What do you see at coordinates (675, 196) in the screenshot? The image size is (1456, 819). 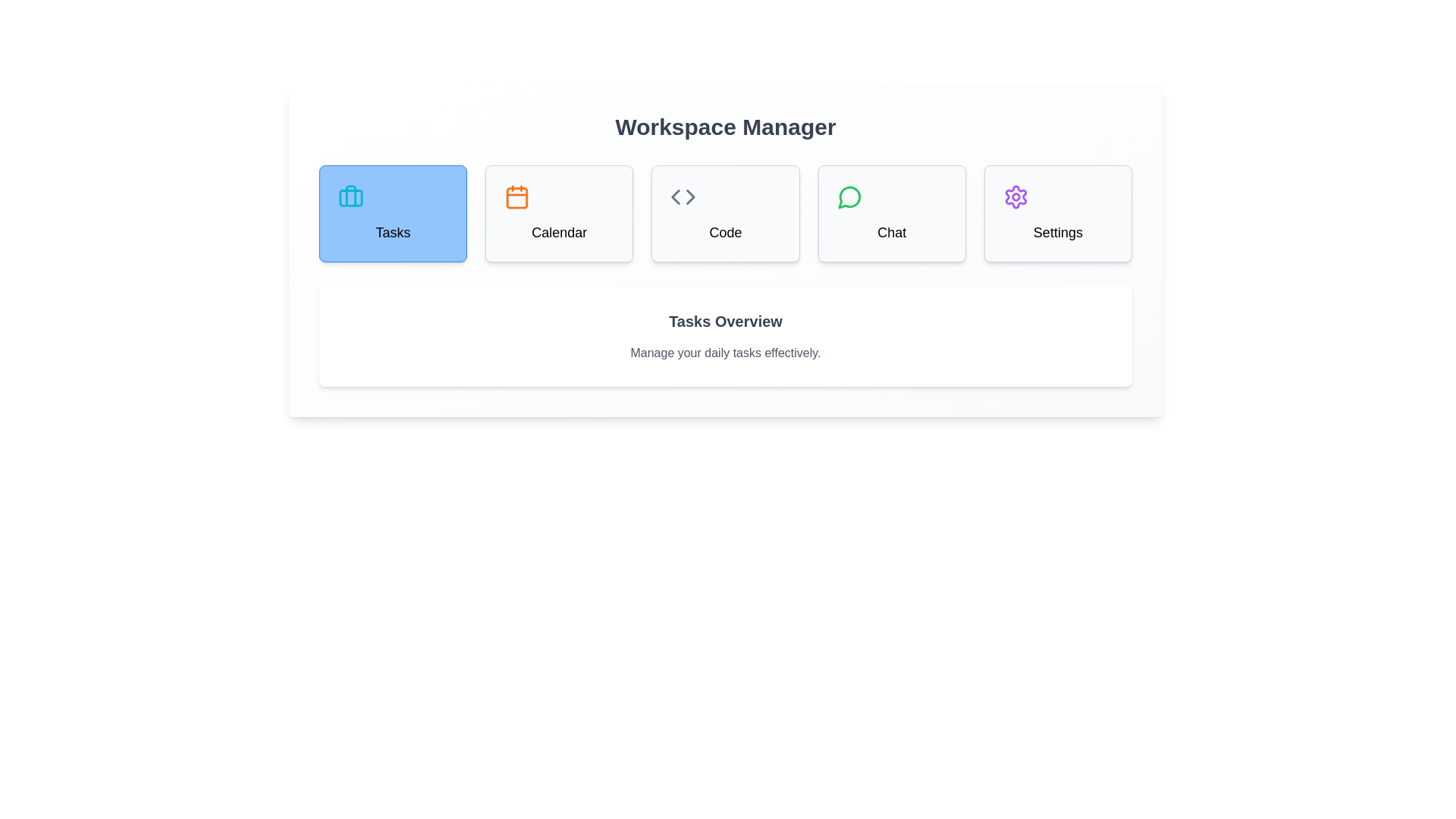 I see `the left chevron graphical vector icon located centrally within the 'Code' card's icon area` at bounding box center [675, 196].